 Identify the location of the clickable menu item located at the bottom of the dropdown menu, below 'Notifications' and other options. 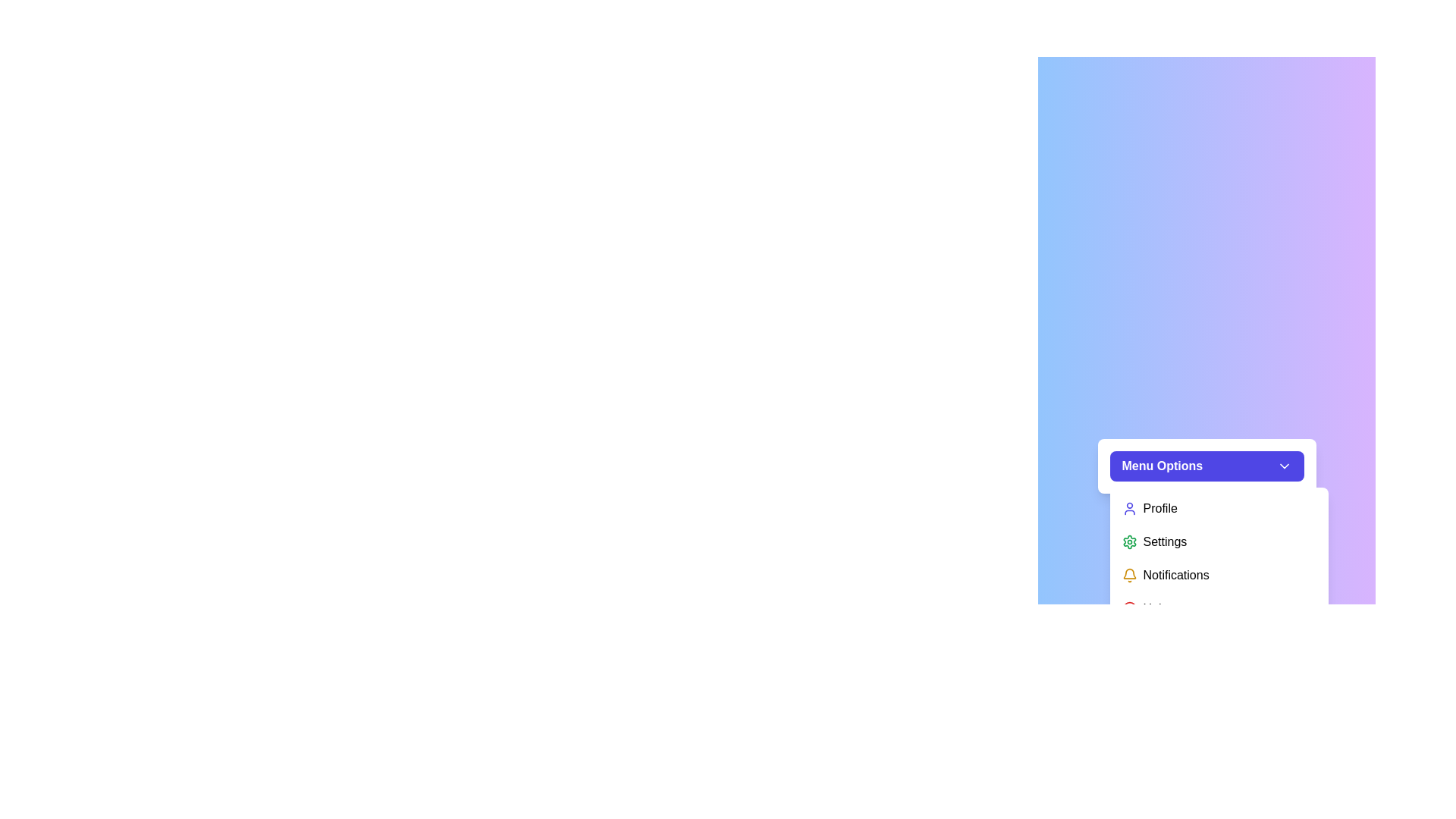
(1219, 607).